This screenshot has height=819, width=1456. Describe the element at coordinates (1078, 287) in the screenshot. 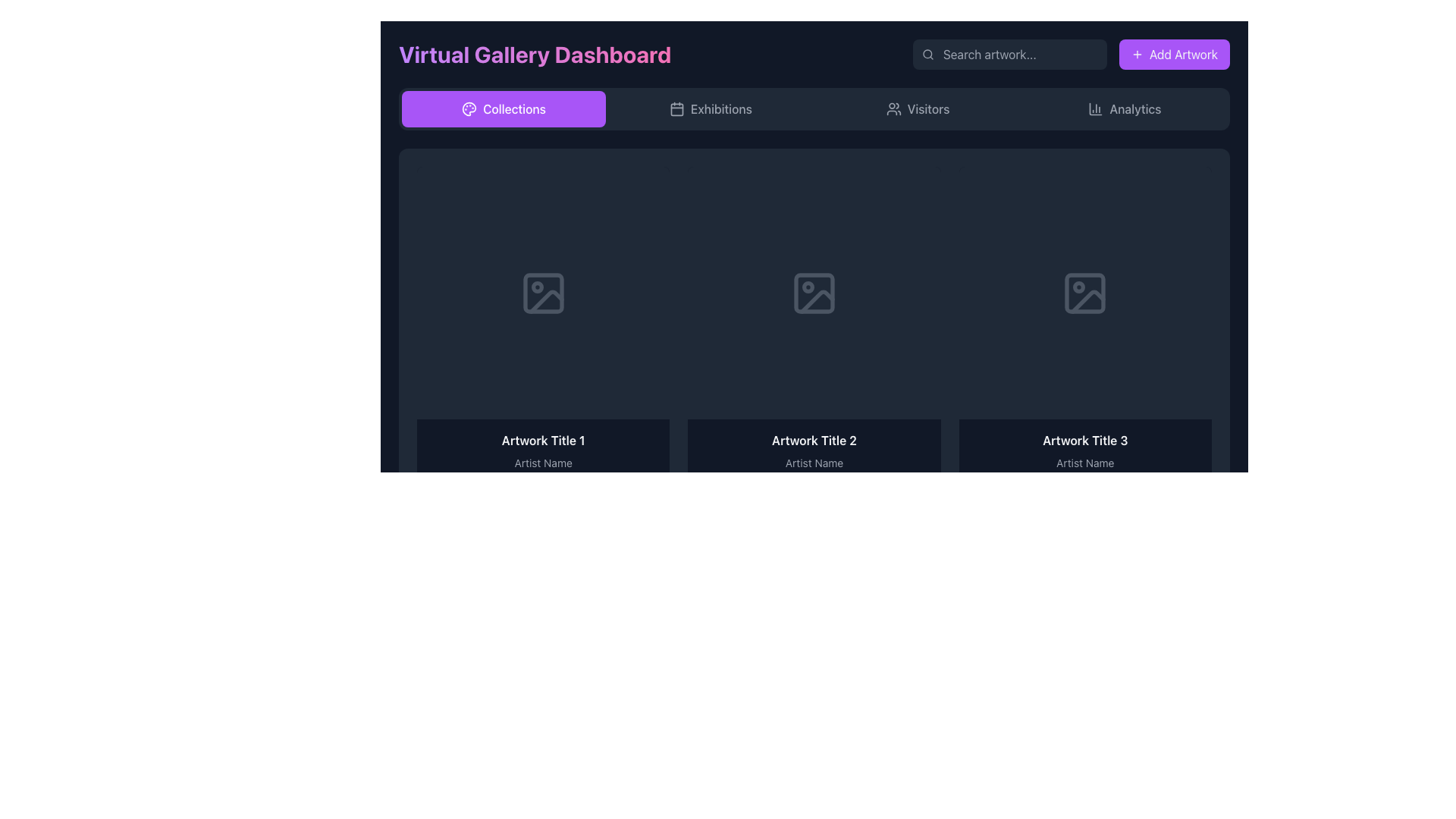

I see `the decorative icon component located at the top-right corner of the third artwork card in the gallery interface` at that location.